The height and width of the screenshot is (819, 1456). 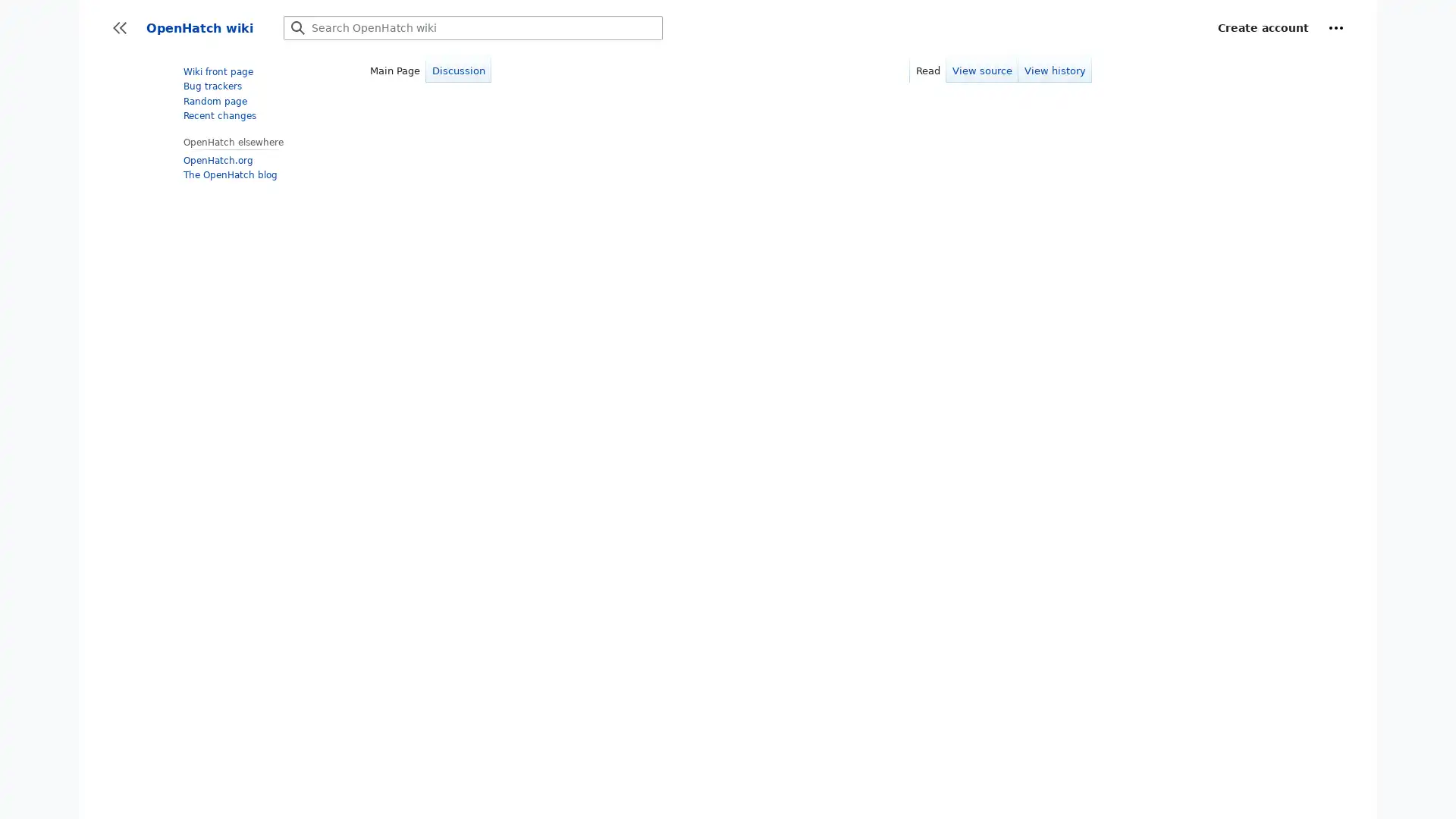 I want to click on dismiss, so click(x=1062, y=199).